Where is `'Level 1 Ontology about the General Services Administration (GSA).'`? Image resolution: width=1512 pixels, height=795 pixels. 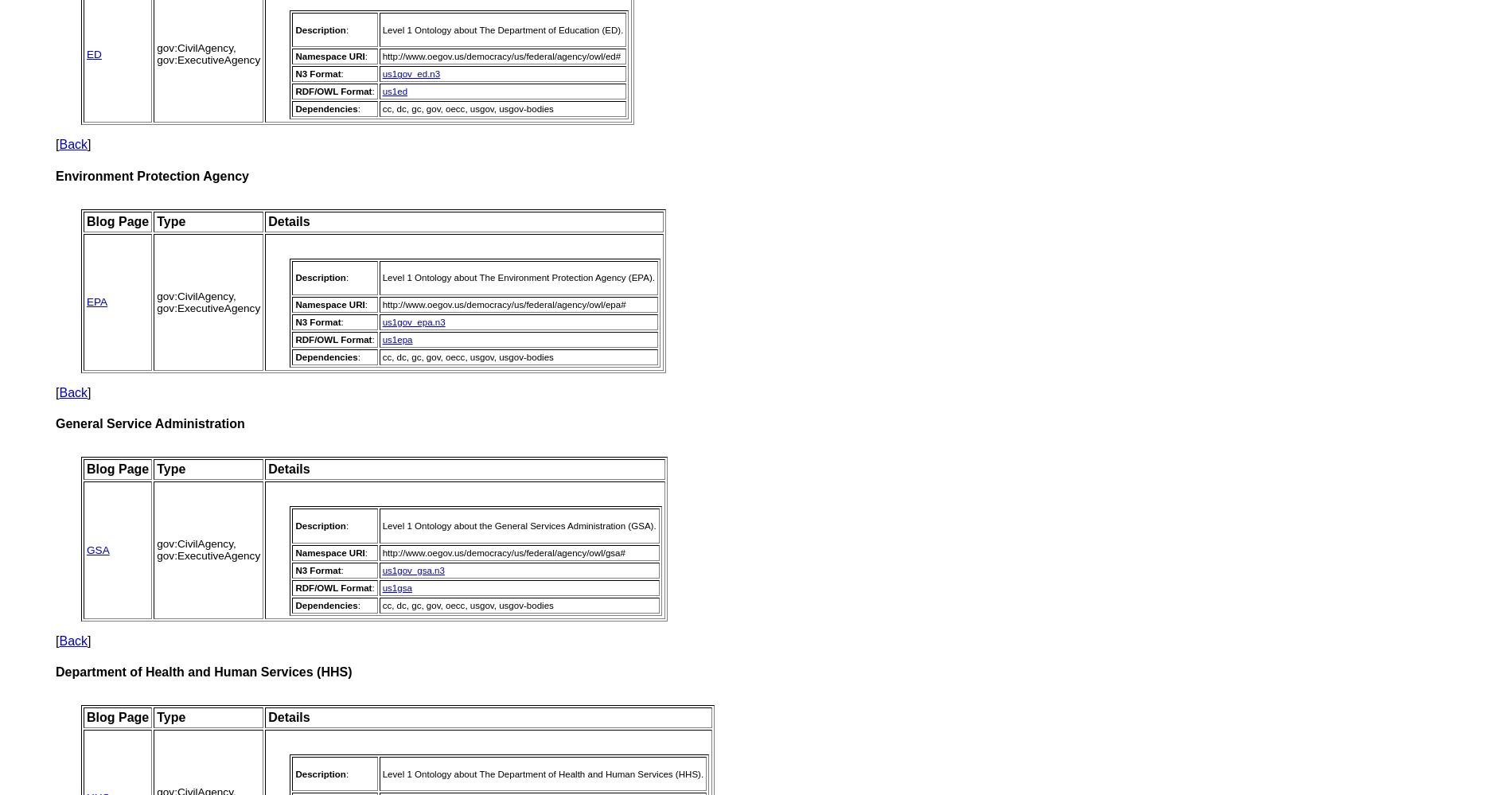 'Level 1 Ontology about the General Services Administration (GSA).' is located at coordinates (519, 524).